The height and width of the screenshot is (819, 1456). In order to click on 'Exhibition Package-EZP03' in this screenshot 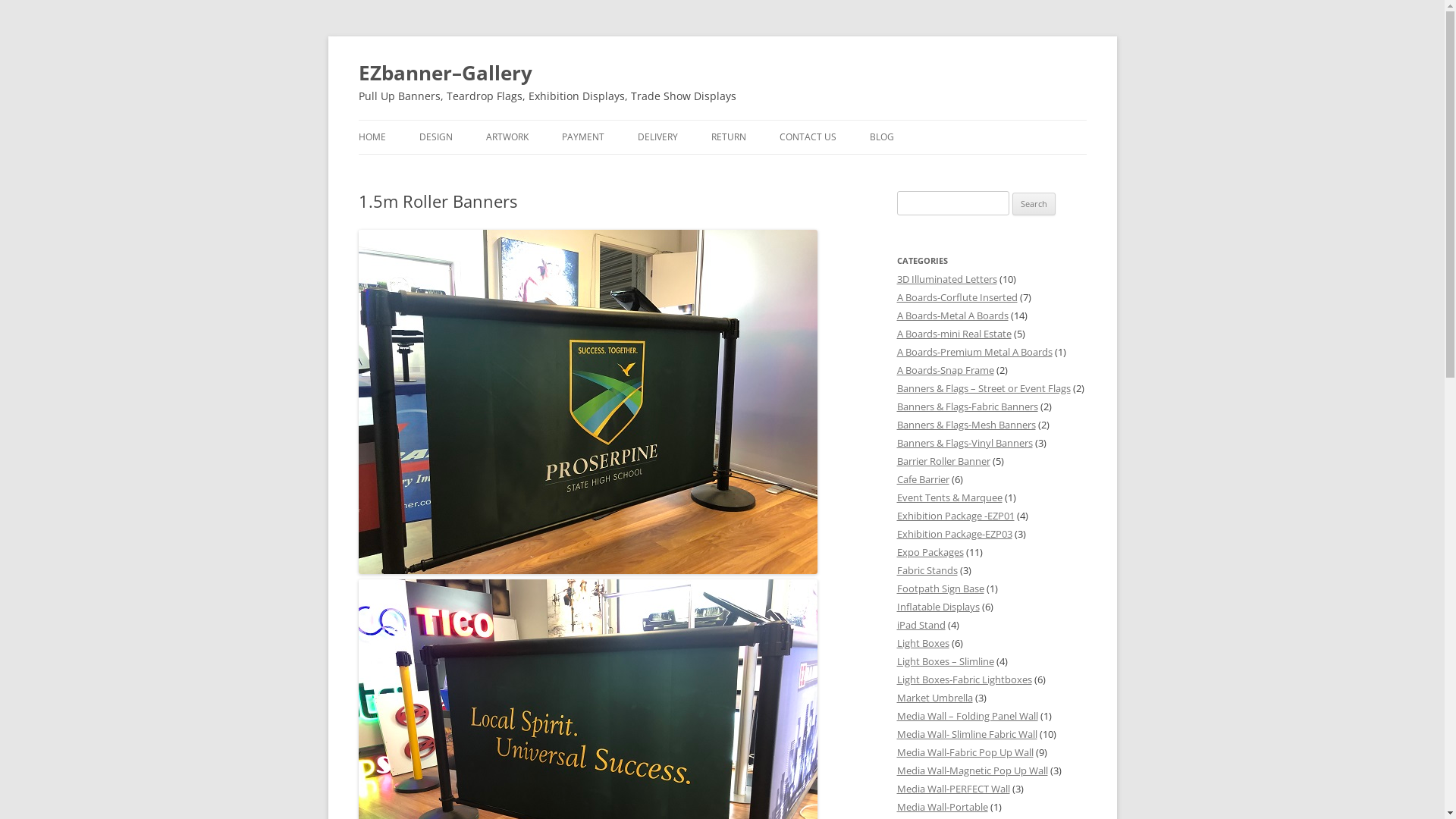, I will do `click(952, 533)`.